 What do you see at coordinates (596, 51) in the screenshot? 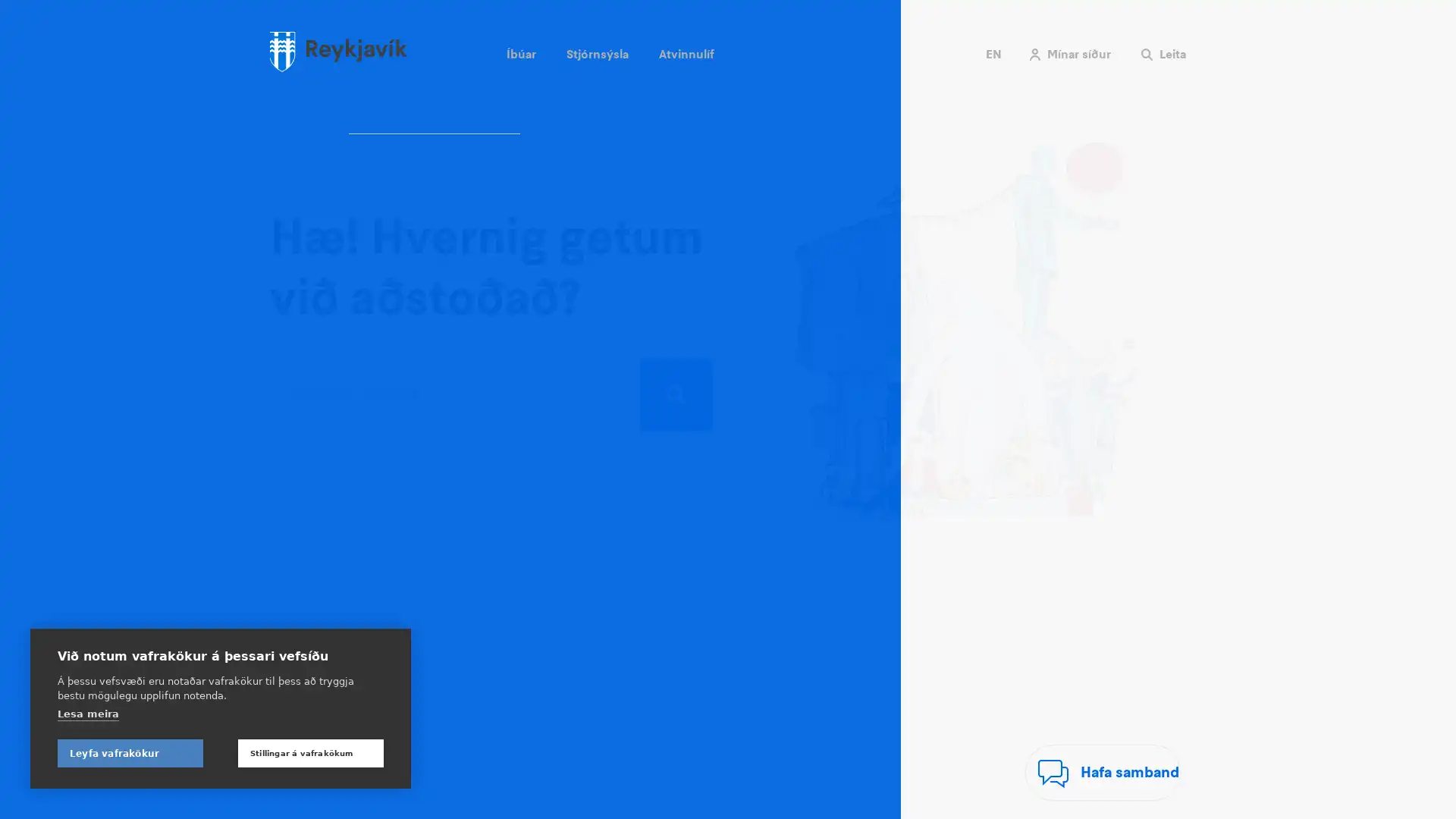
I see `Stjornsysla` at bounding box center [596, 51].